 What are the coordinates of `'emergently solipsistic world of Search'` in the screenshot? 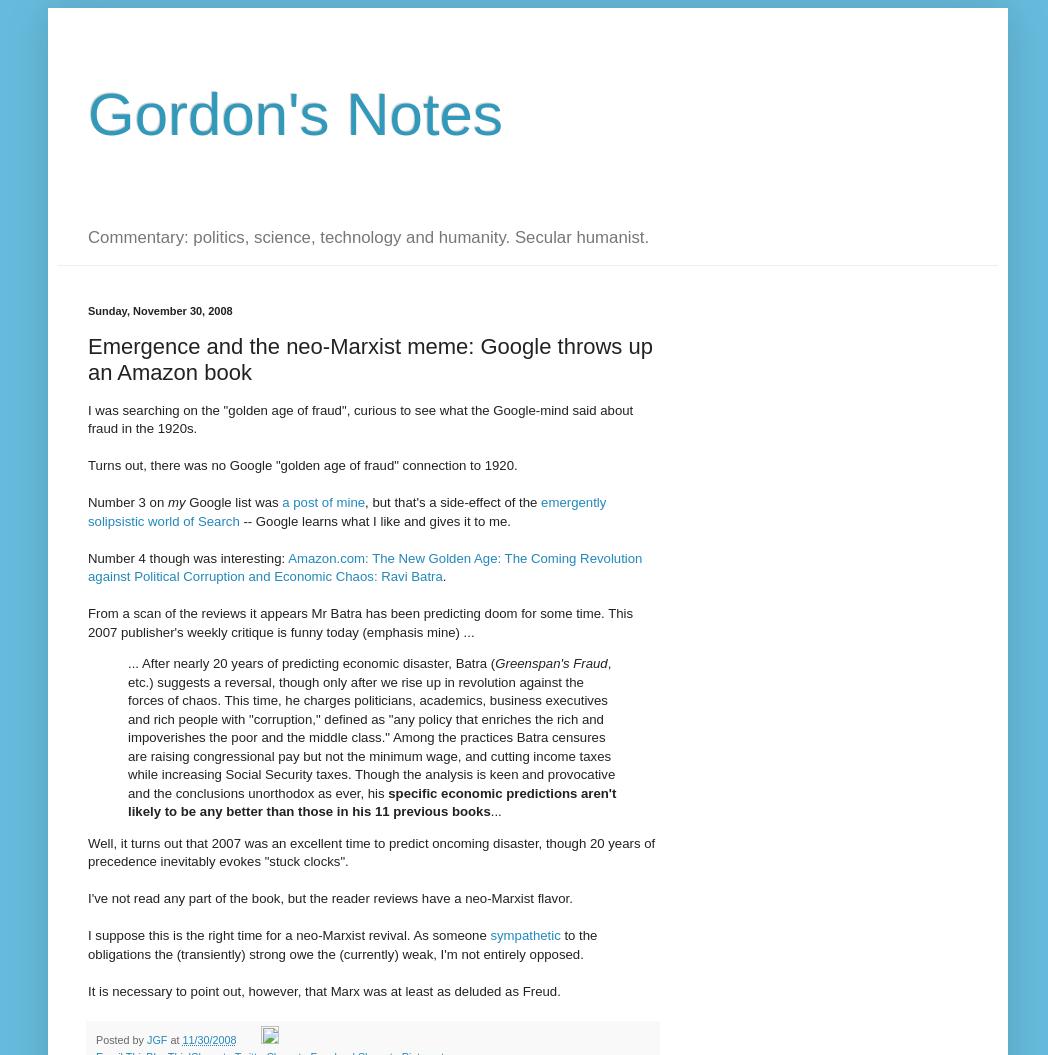 It's located at (346, 511).